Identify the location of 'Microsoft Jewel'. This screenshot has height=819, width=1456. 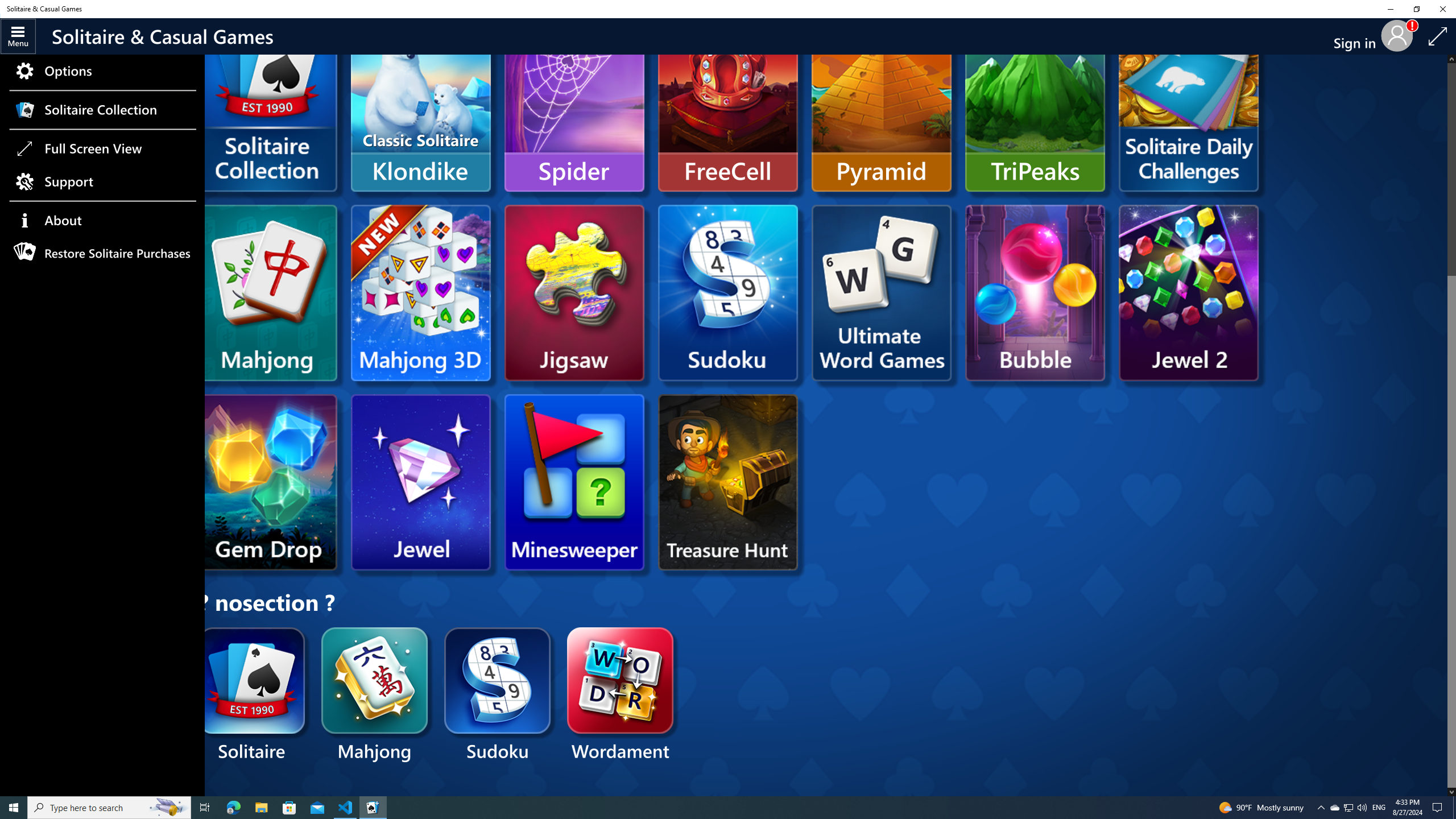
(420, 482).